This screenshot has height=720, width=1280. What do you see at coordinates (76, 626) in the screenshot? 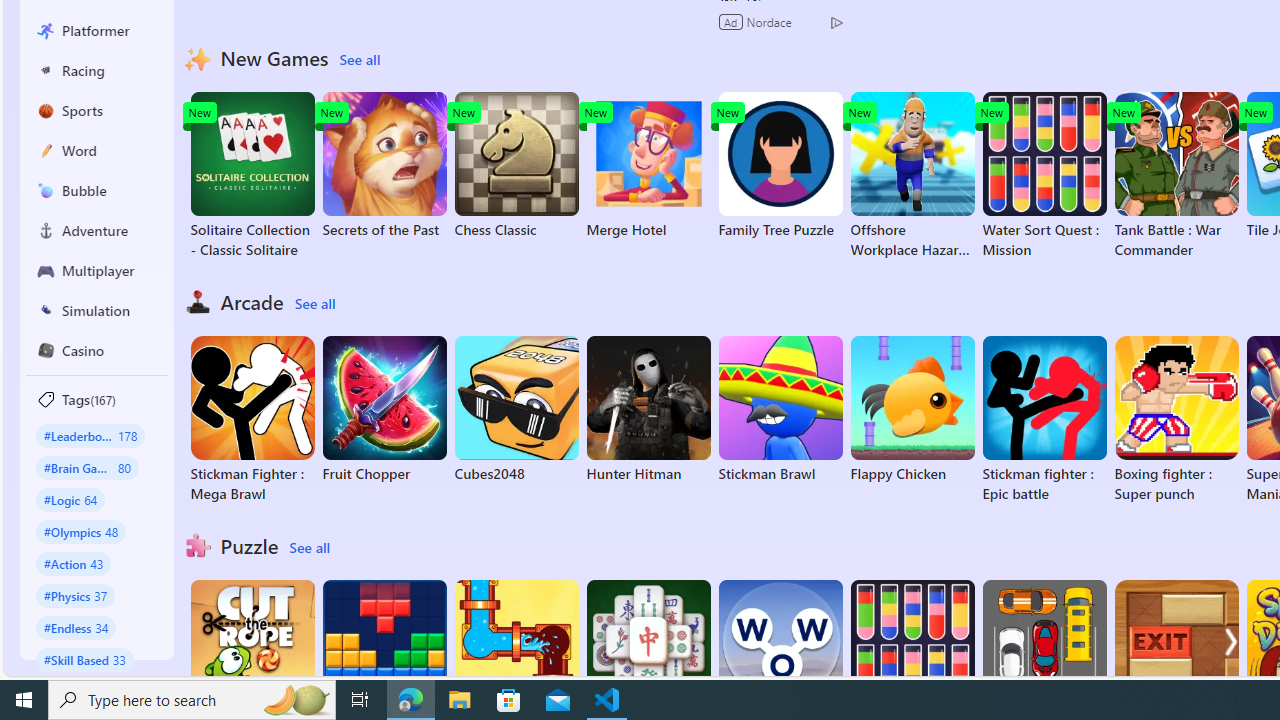
I see `'#Endless 34'` at bounding box center [76, 626].